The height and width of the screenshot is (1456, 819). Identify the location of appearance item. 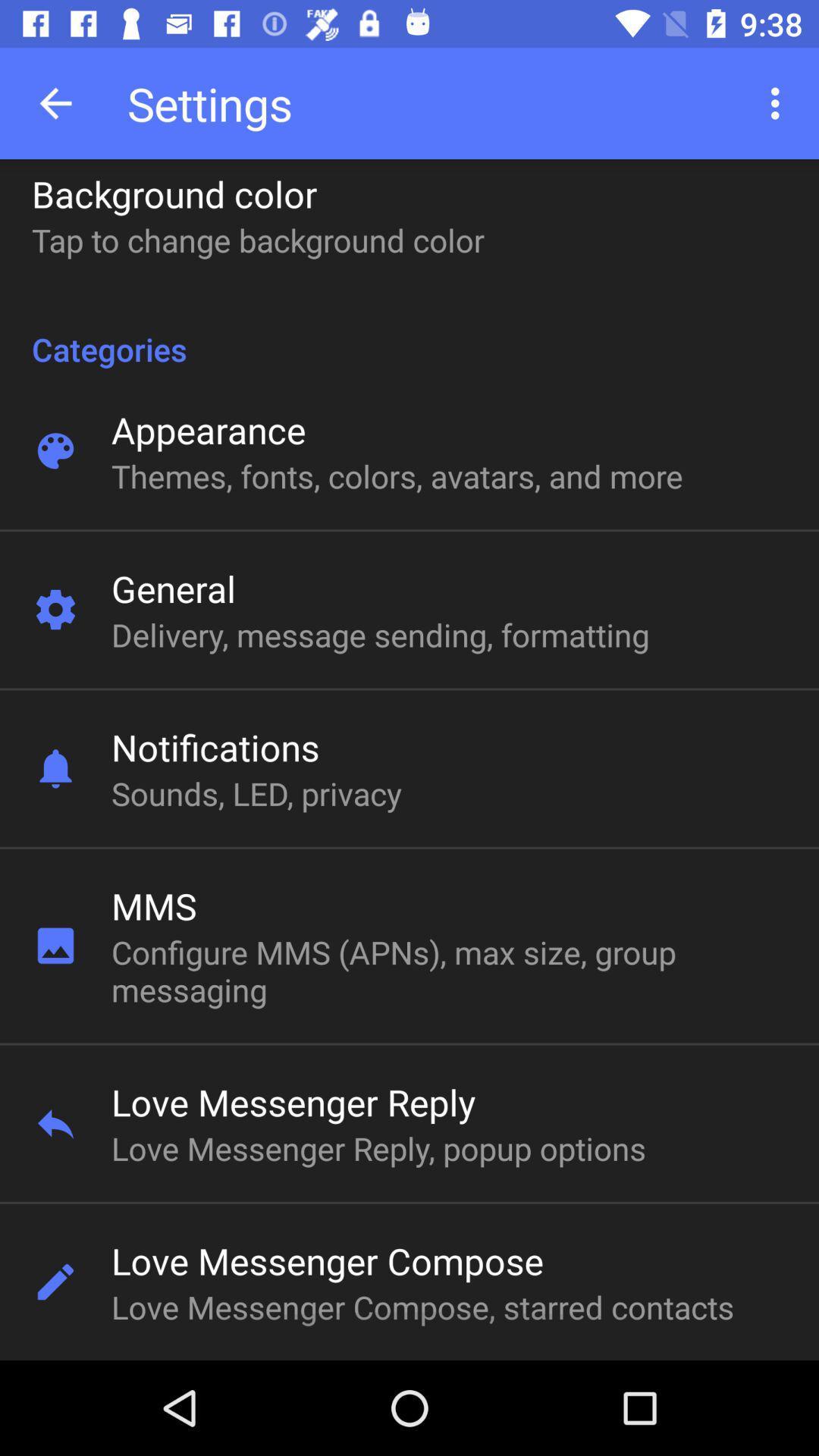
(209, 428).